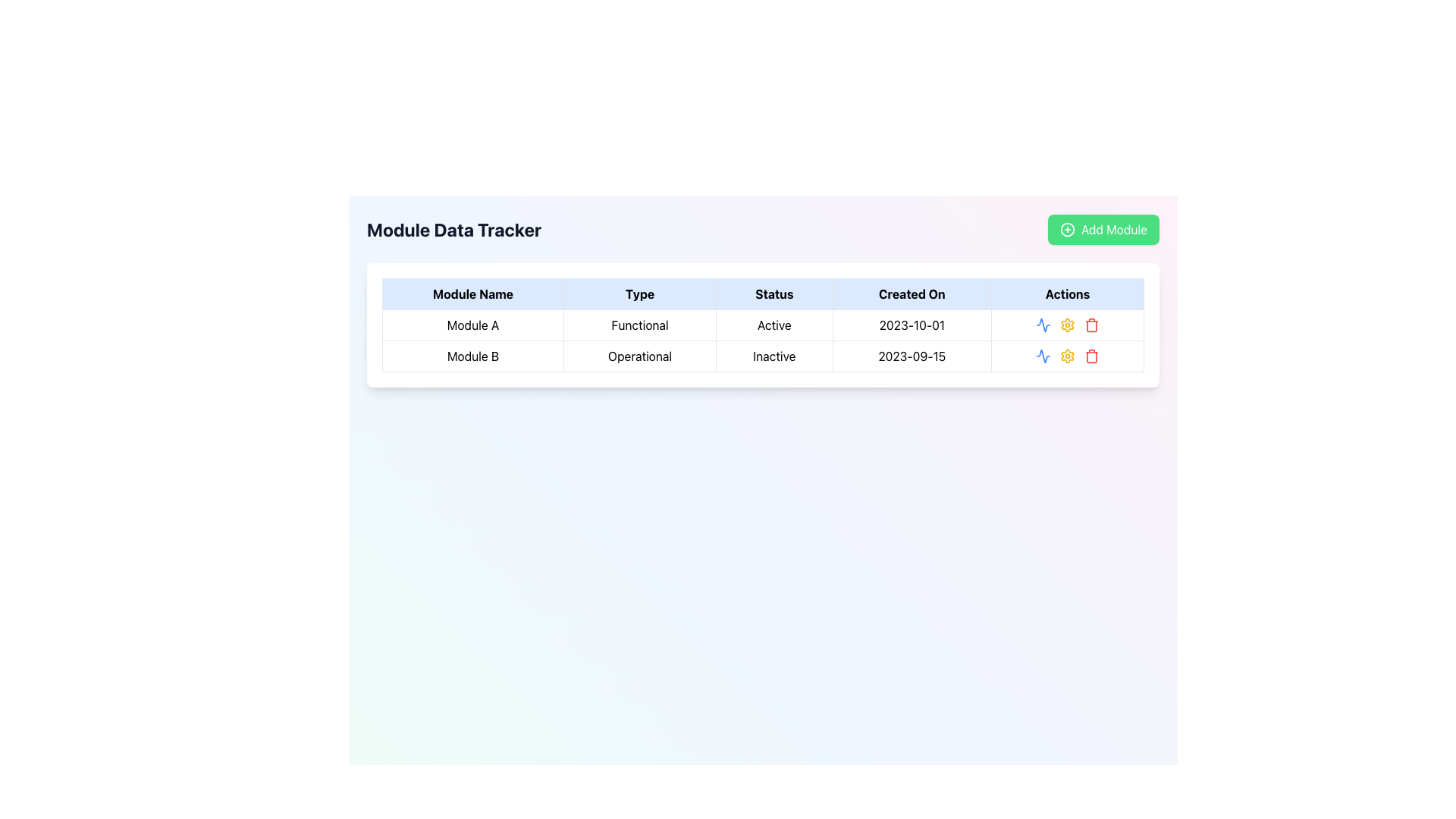 The image size is (1456, 819). What do you see at coordinates (774, 356) in the screenshot?
I see `the 'Inactive' status text label in the second row of the table under the 'Status' column` at bounding box center [774, 356].